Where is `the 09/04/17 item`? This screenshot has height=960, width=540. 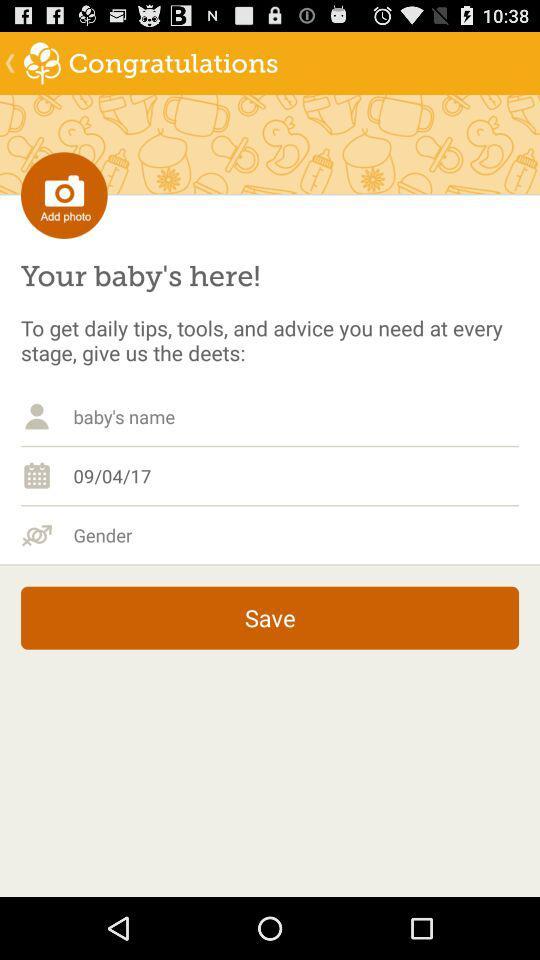
the 09/04/17 item is located at coordinates (295, 475).